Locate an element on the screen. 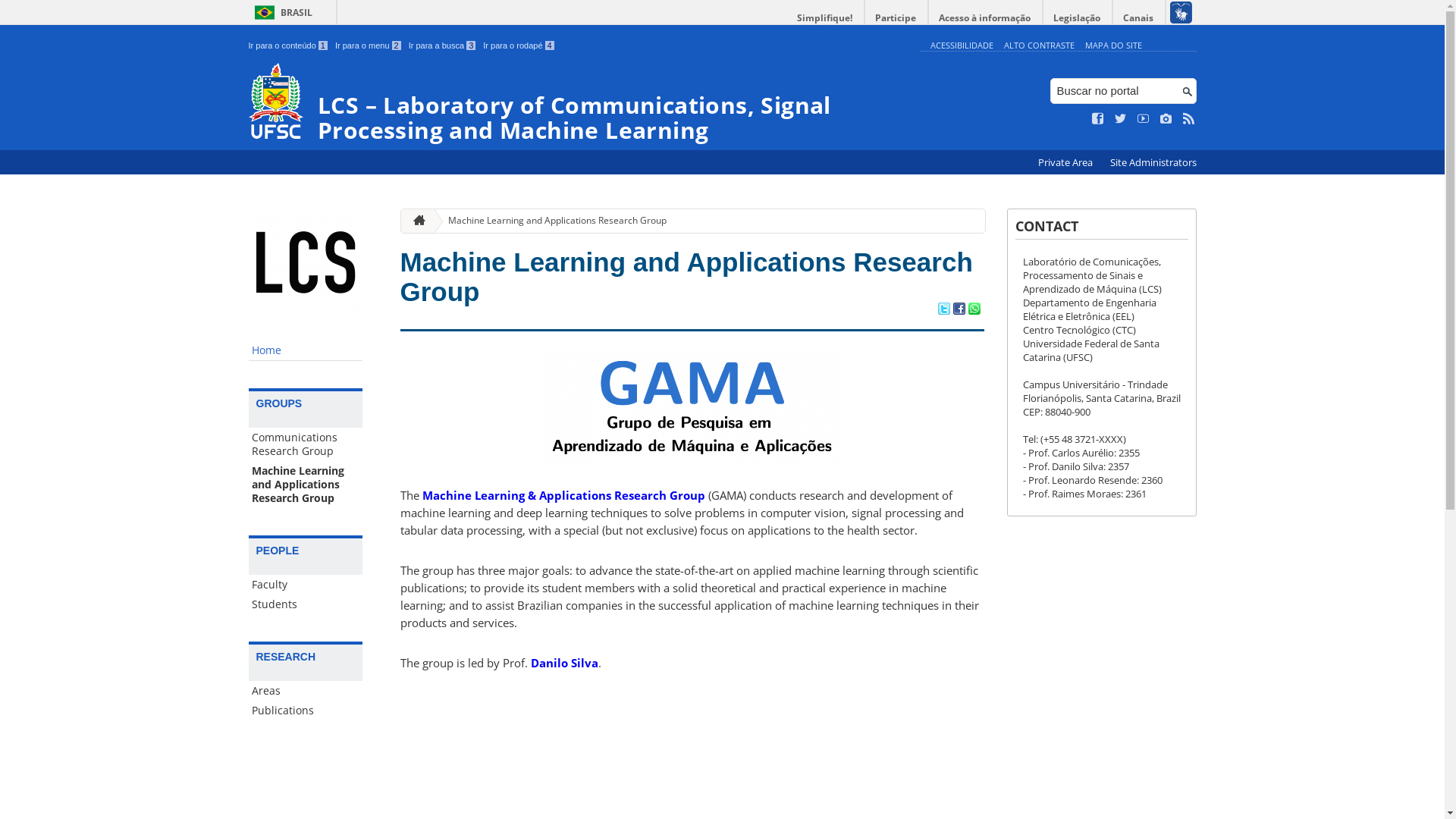 The width and height of the screenshot is (1456, 819). 'Communications Research Group' is located at coordinates (305, 444).